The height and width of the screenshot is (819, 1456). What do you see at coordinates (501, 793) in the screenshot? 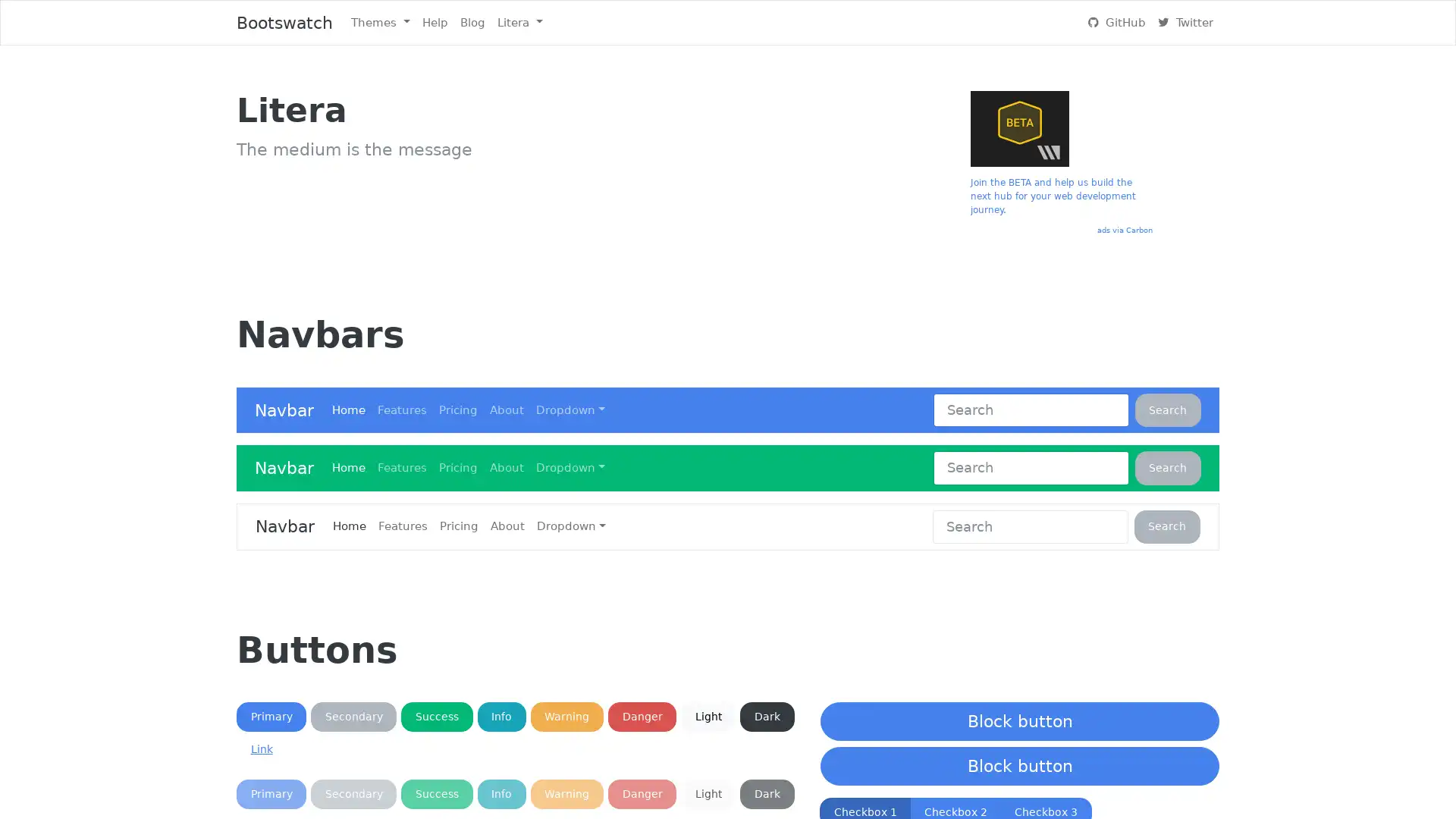
I see `Info` at bounding box center [501, 793].